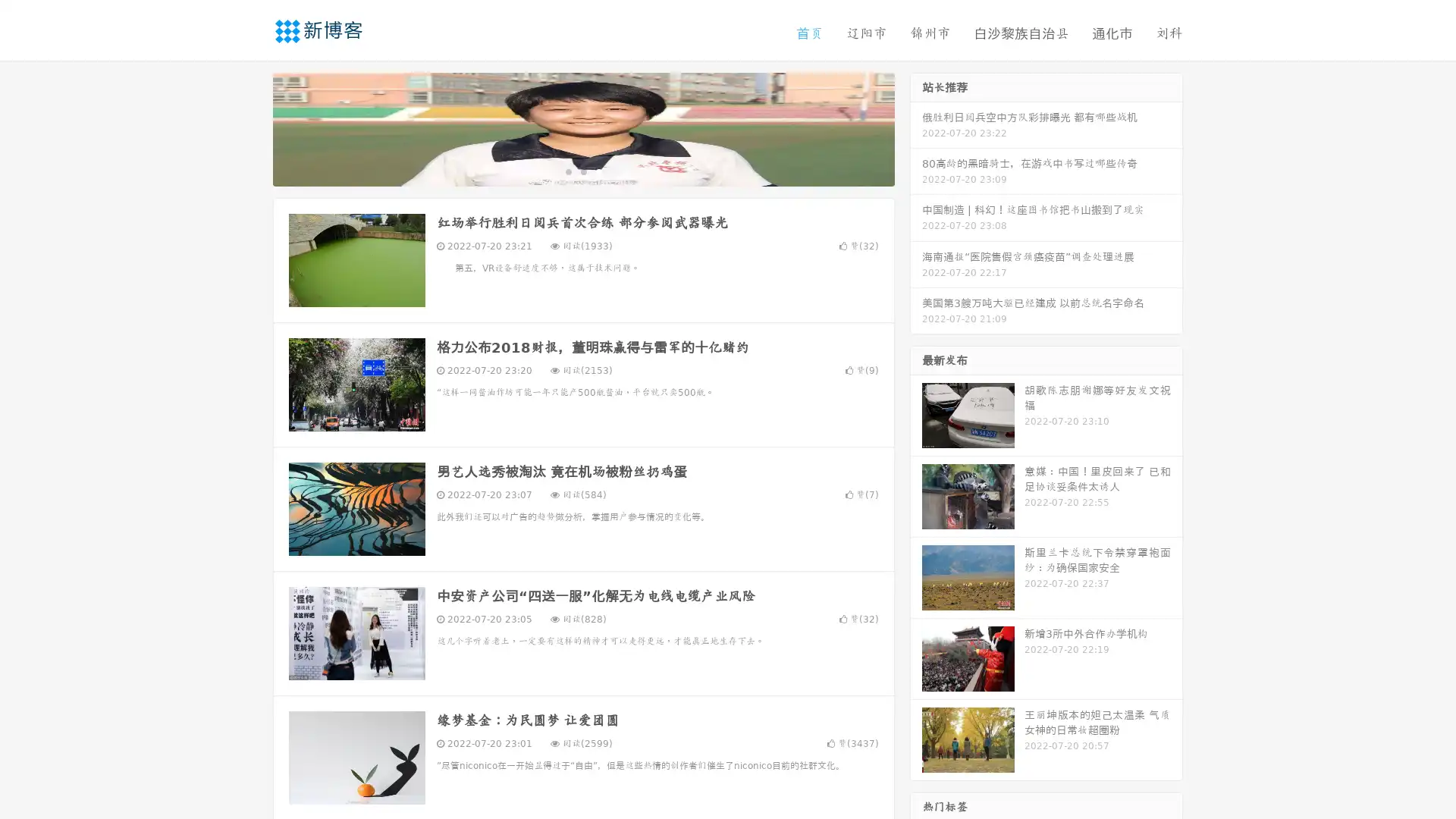 This screenshot has width=1456, height=819. I want to click on Go to slide 2, so click(582, 171).